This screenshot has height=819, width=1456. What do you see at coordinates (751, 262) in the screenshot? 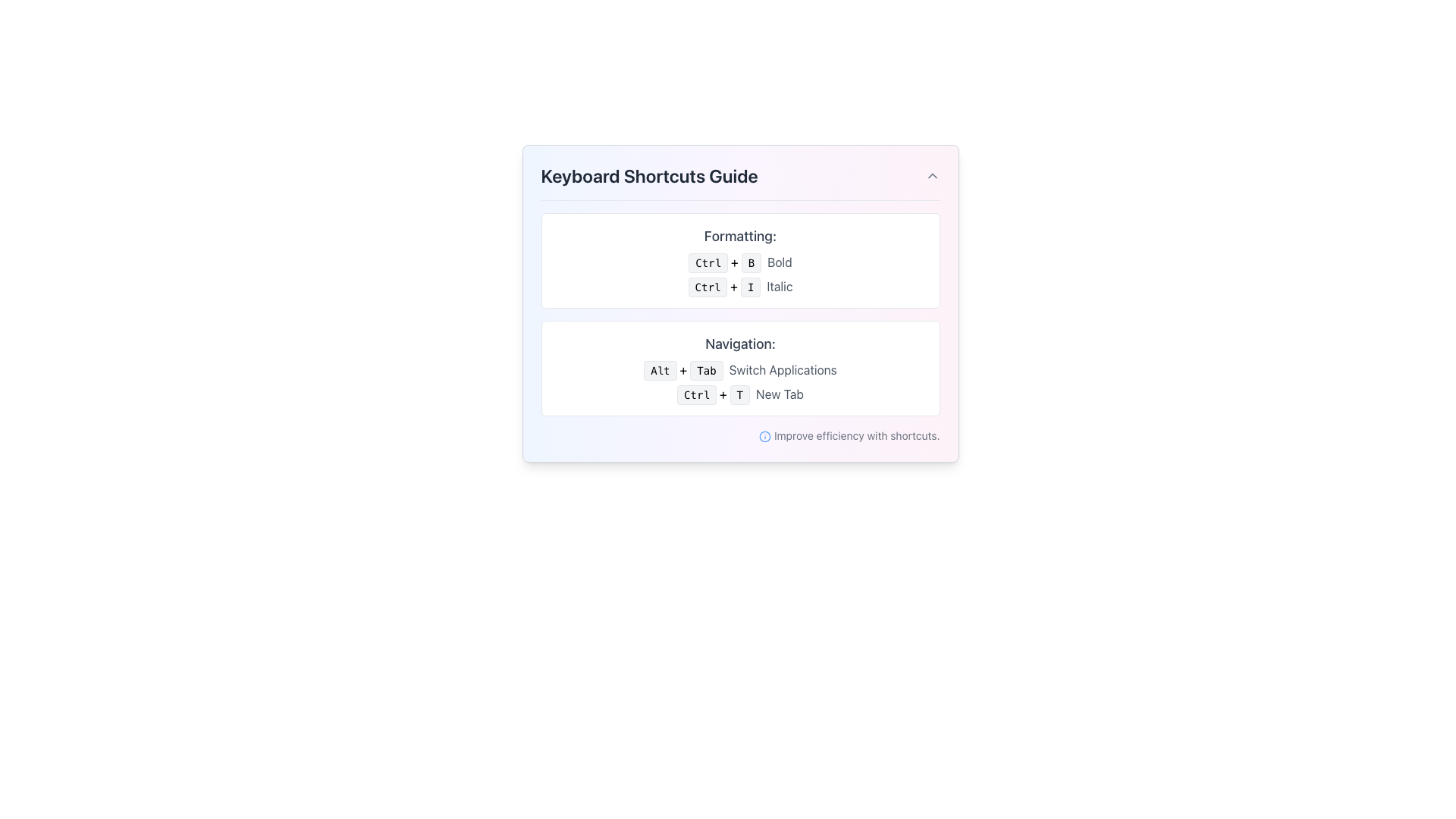
I see `the button-like representation of the 'B' key, which applies bold formatting when combined with the 'Ctrl' key` at bounding box center [751, 262].